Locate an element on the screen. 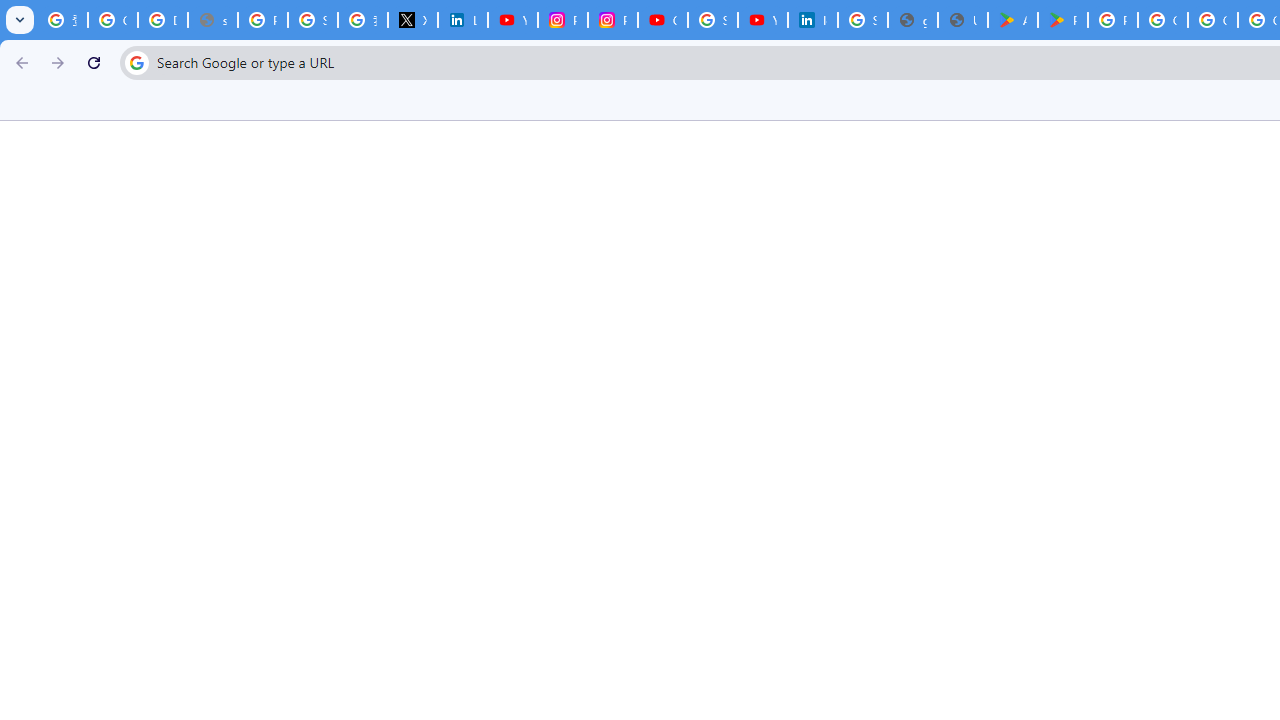 Image resolution: width=1280 pixels, height=720 pixels. 'Google Workspace - Specific Terms' is located at coordinates (1211, 20).